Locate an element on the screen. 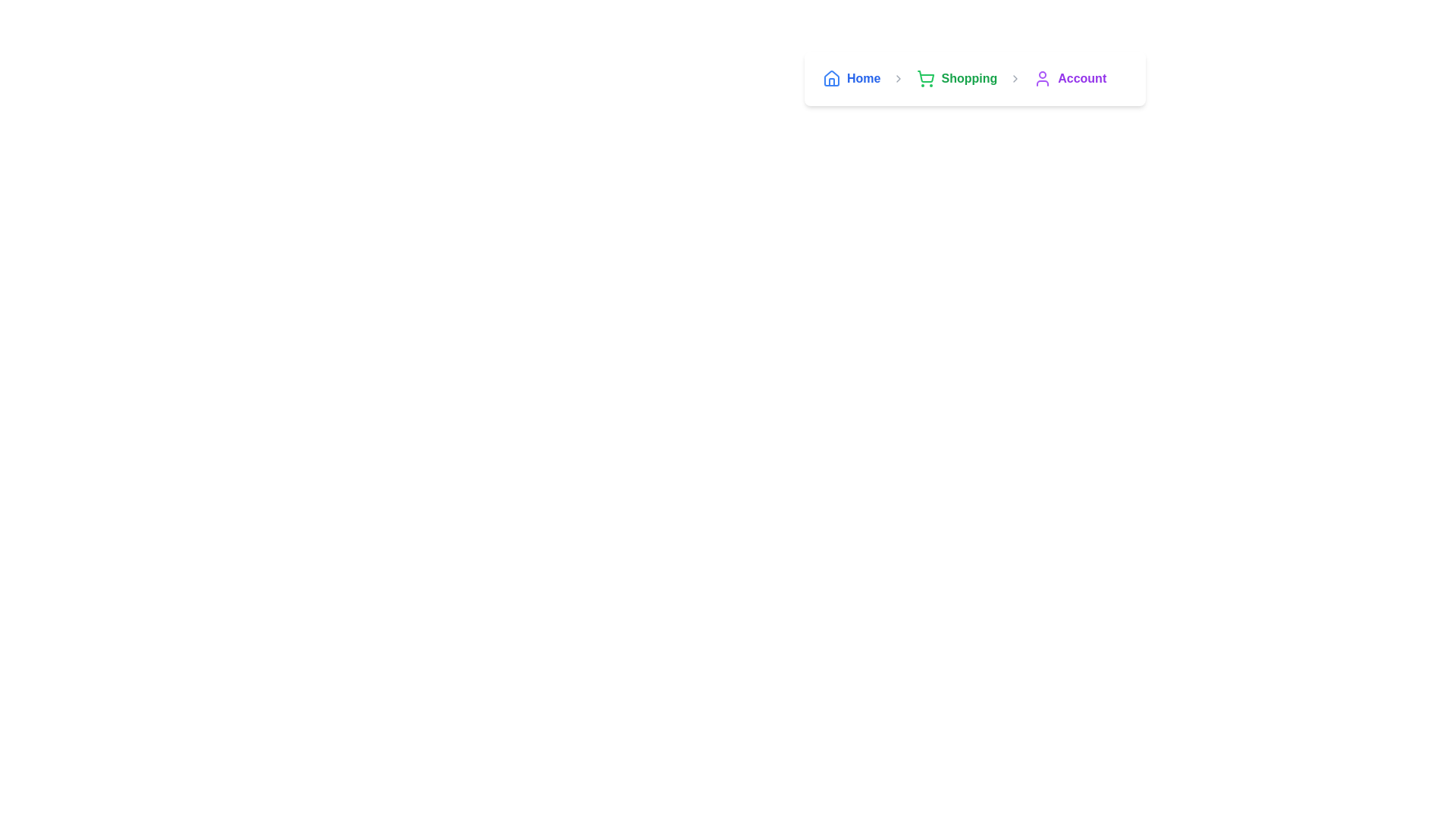 The width and height of the screenshot is (1456, 819). the purple user avatar icon located to the left of the 'Account' label in the top-right section of the interface is located at coordinates (1042, 79).